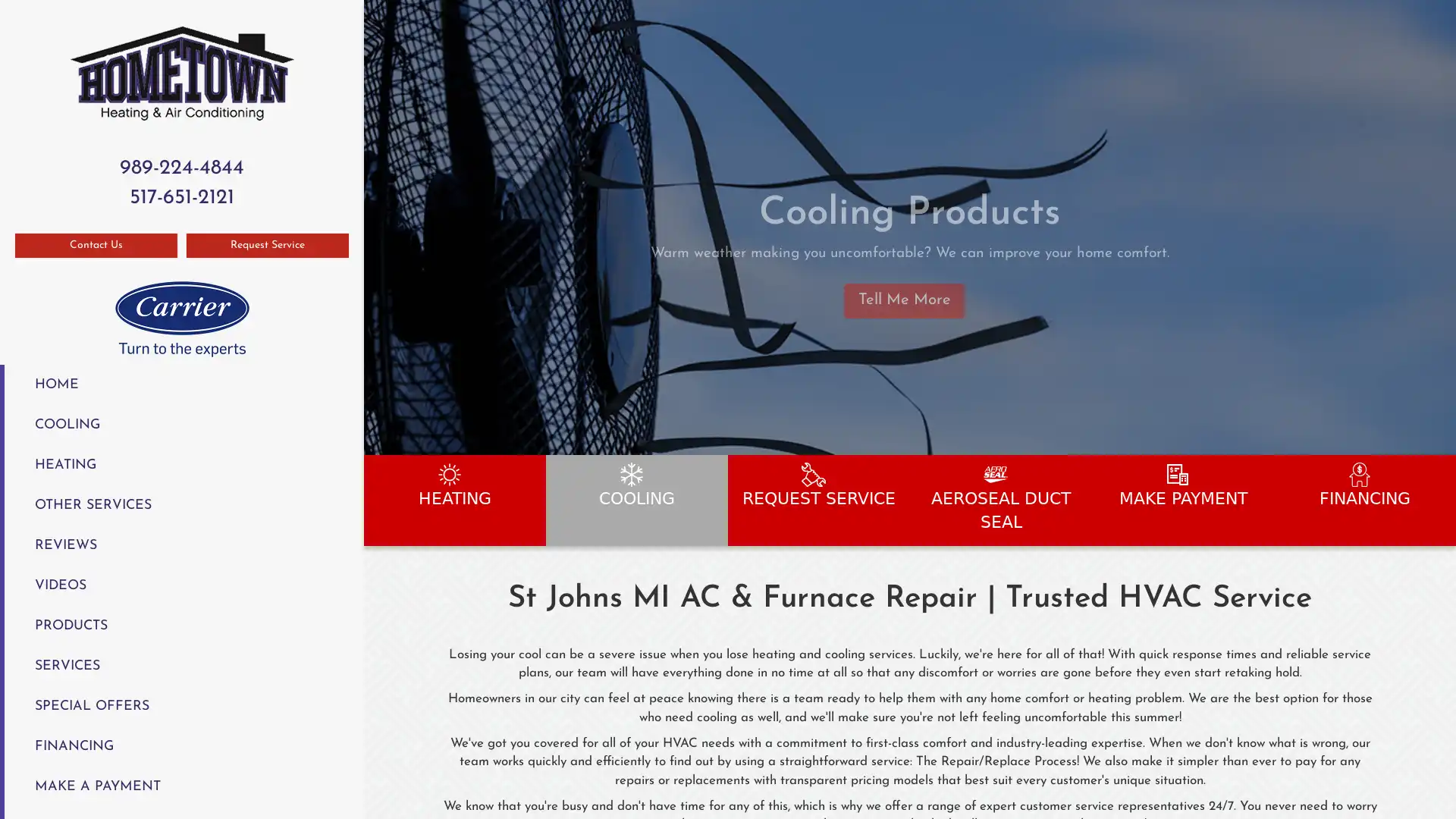  What do you see at coordinates (268, 244) in the screenshot?
I see `Request Service` at bounding box center [268, 244].